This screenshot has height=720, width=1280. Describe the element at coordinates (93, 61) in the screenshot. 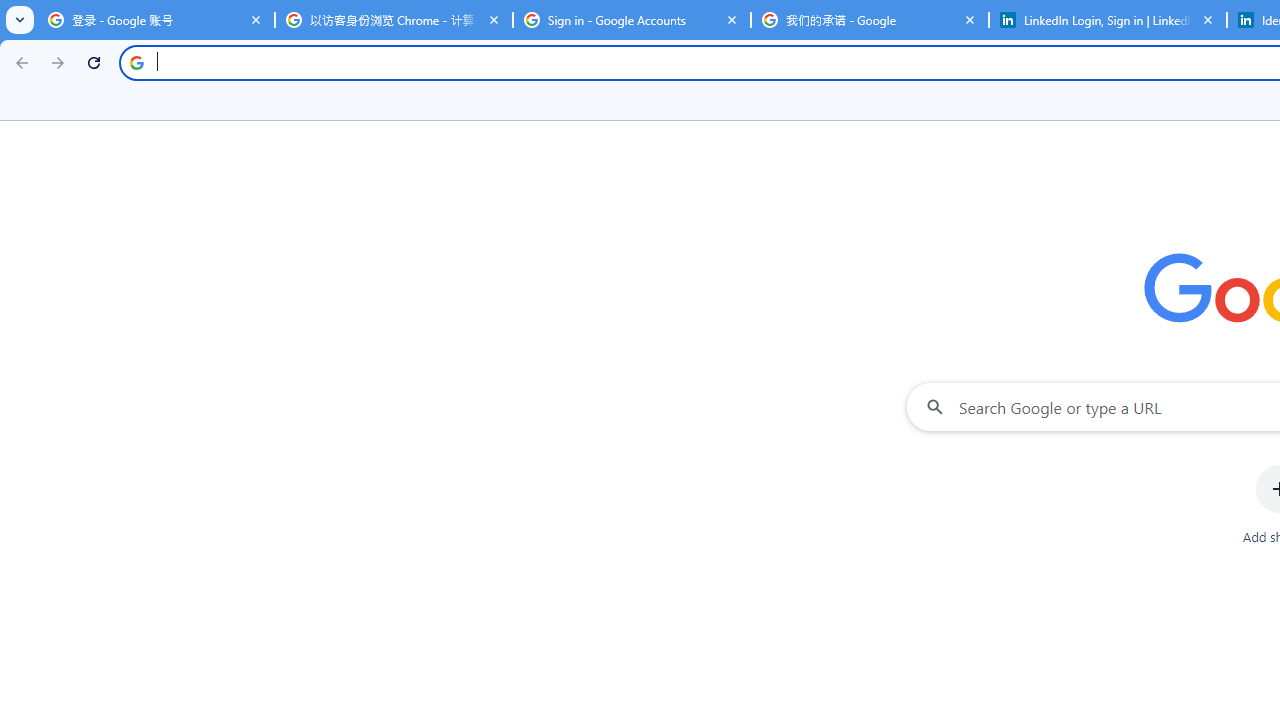

I see `'Reload'` at that location.